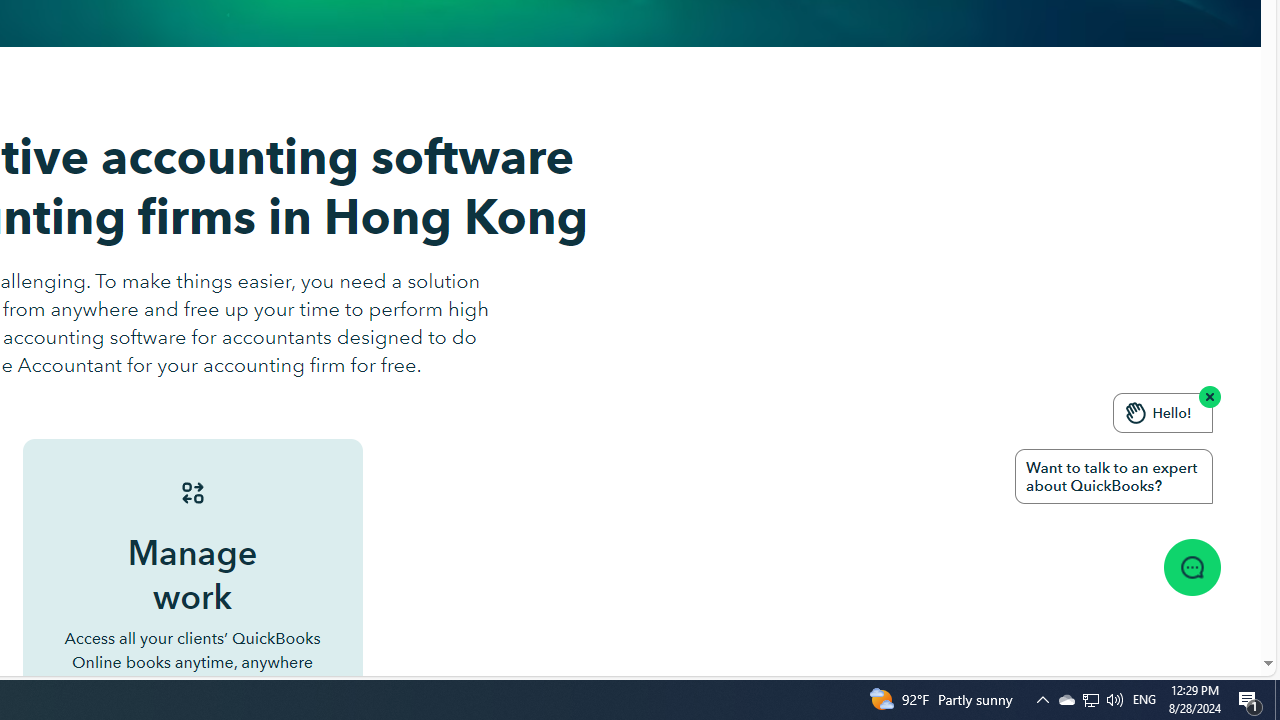 The image size is (1280, 720). What do you see at coordinates (1191, 567) in the screenshot?
I see `'Class: message-icon_img-desktop'` at bounding box center [1191, 567].